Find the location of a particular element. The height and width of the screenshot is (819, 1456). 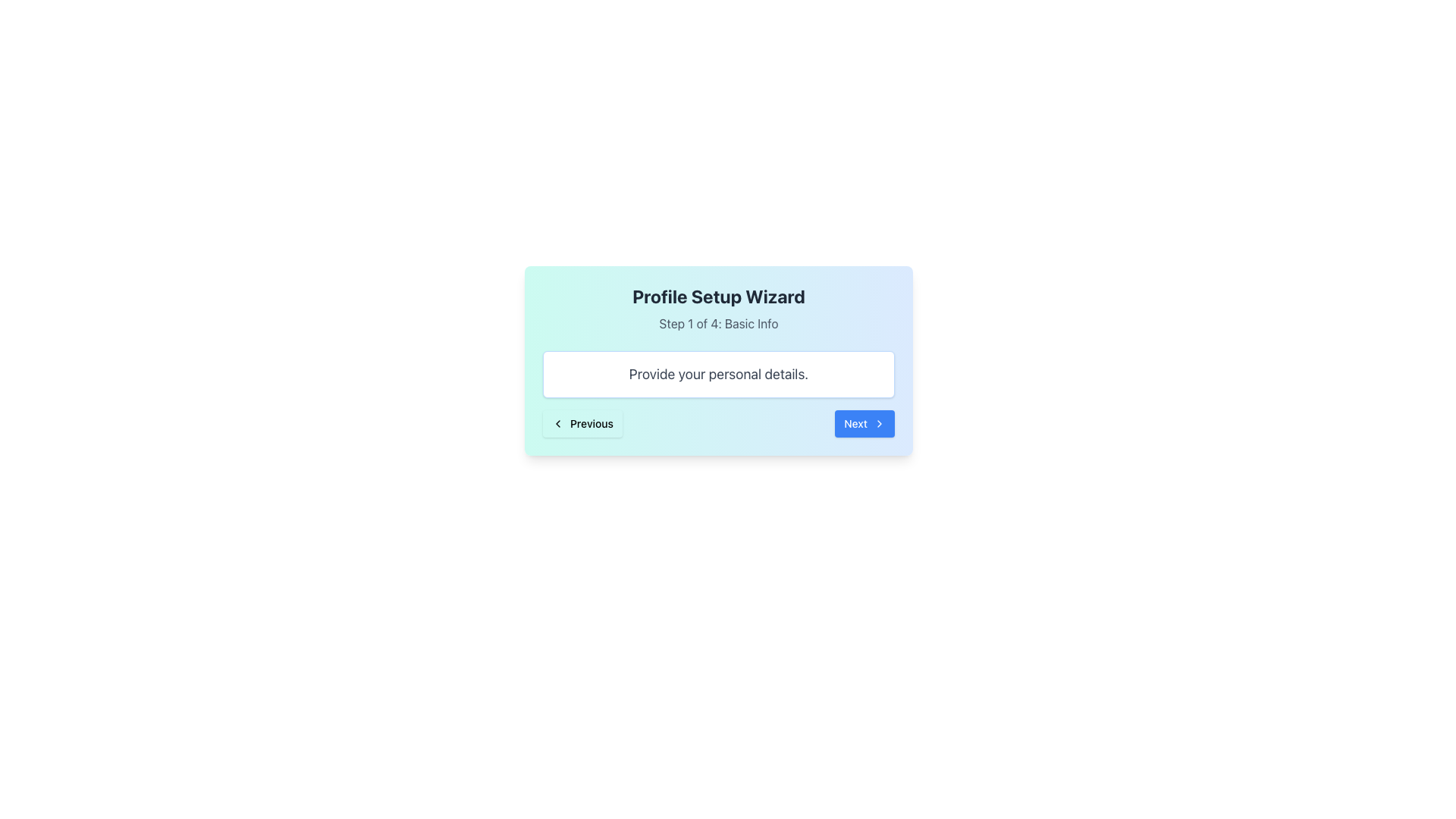

the second button in the horizontal group of navigation buttons located at the bottom-right corner of the centered card layout to proceed to the next step is located at coordinates (864, 424).